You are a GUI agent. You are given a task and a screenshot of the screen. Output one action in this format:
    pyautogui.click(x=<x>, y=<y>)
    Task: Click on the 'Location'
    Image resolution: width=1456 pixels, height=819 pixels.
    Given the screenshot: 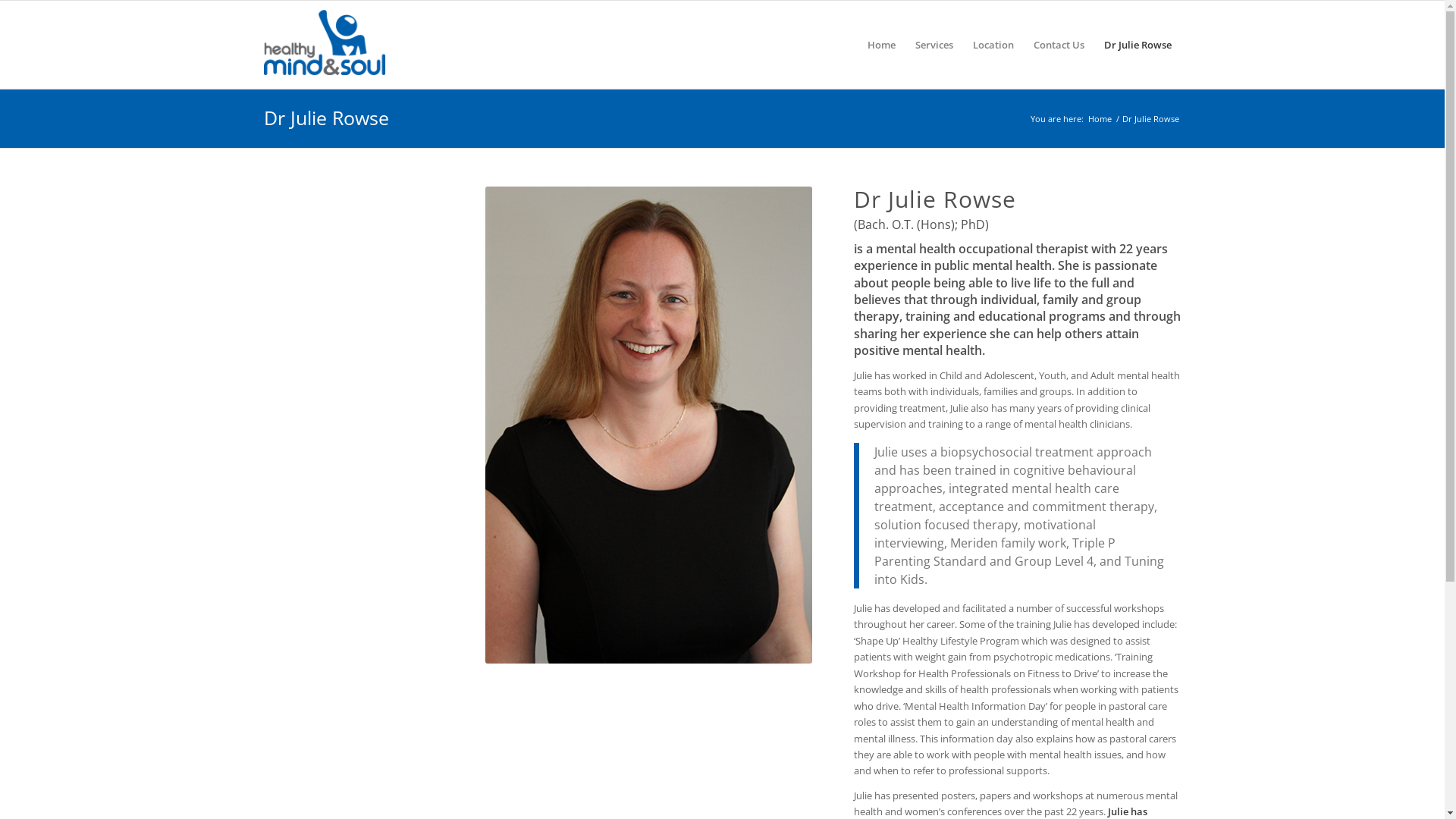 What is the action you would take?
    pyautogui.click(x=993, y=43)
    